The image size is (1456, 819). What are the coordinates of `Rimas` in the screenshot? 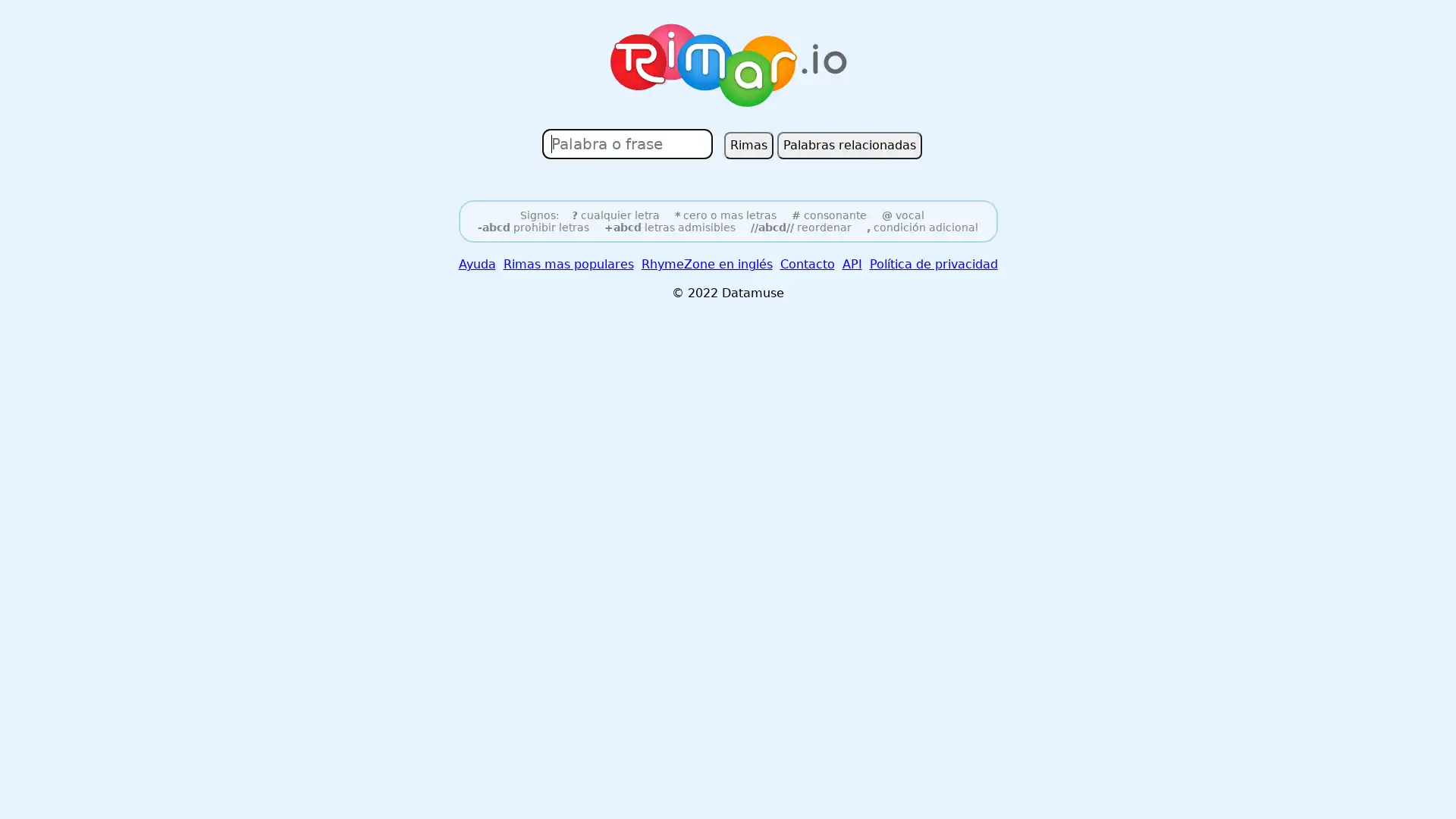 It's located at (748, 145).